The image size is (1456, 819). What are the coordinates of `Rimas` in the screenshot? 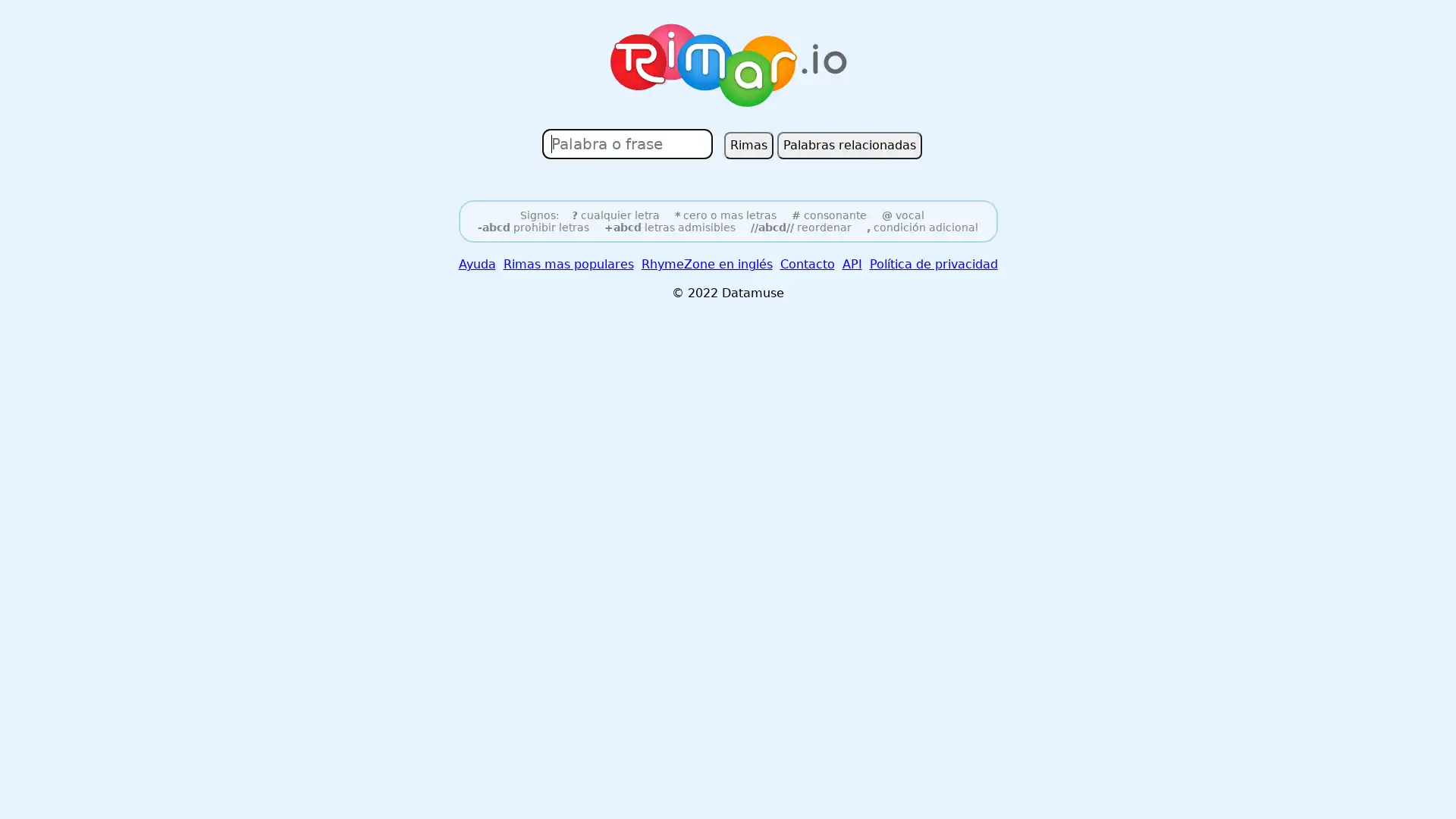 It's located at (748, 145).